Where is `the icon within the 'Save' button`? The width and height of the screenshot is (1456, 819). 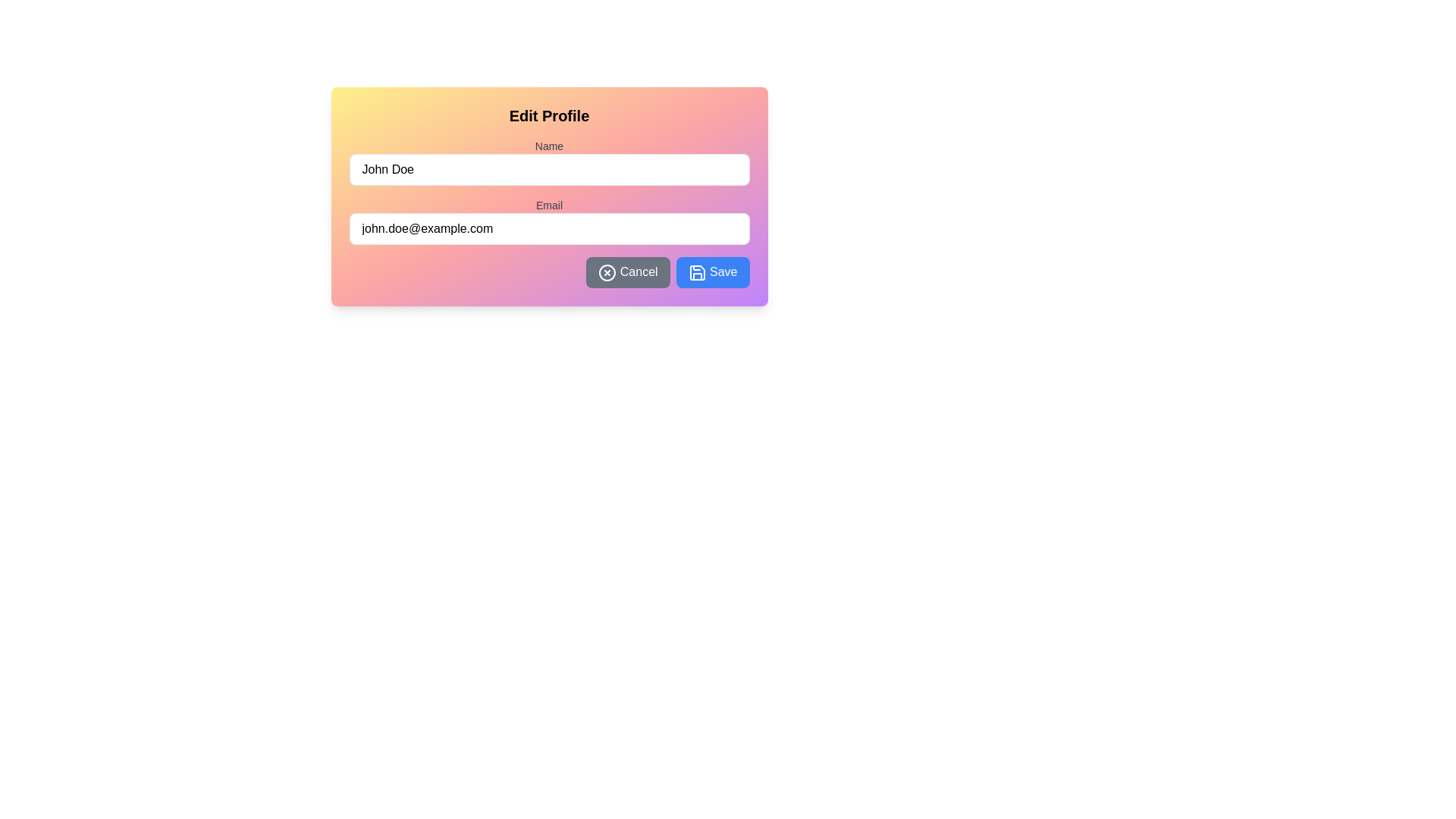 the icon within the 'Save' button is located at coordinates (696, 271).